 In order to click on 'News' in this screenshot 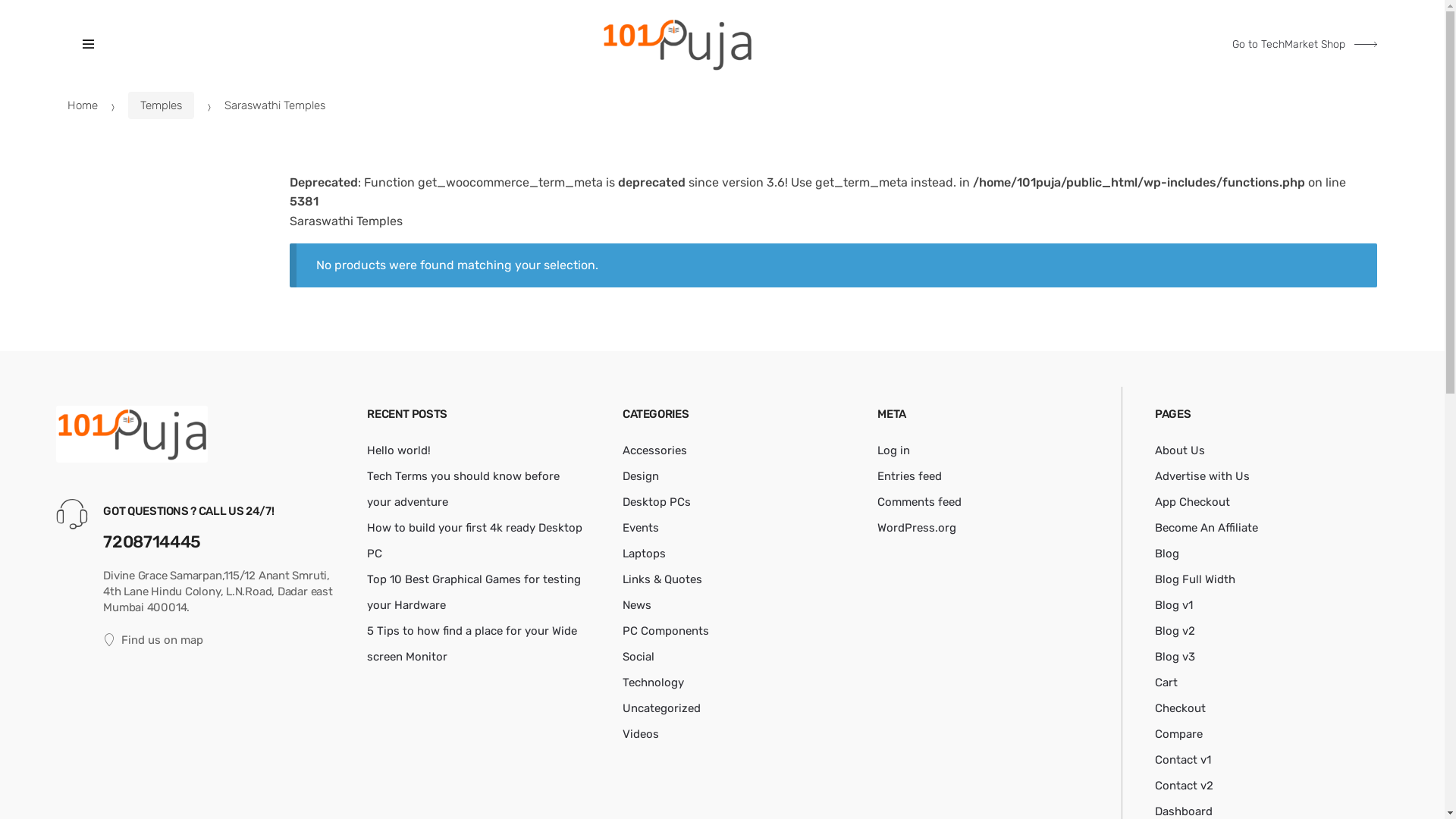, I will do `click(637, 604)`.